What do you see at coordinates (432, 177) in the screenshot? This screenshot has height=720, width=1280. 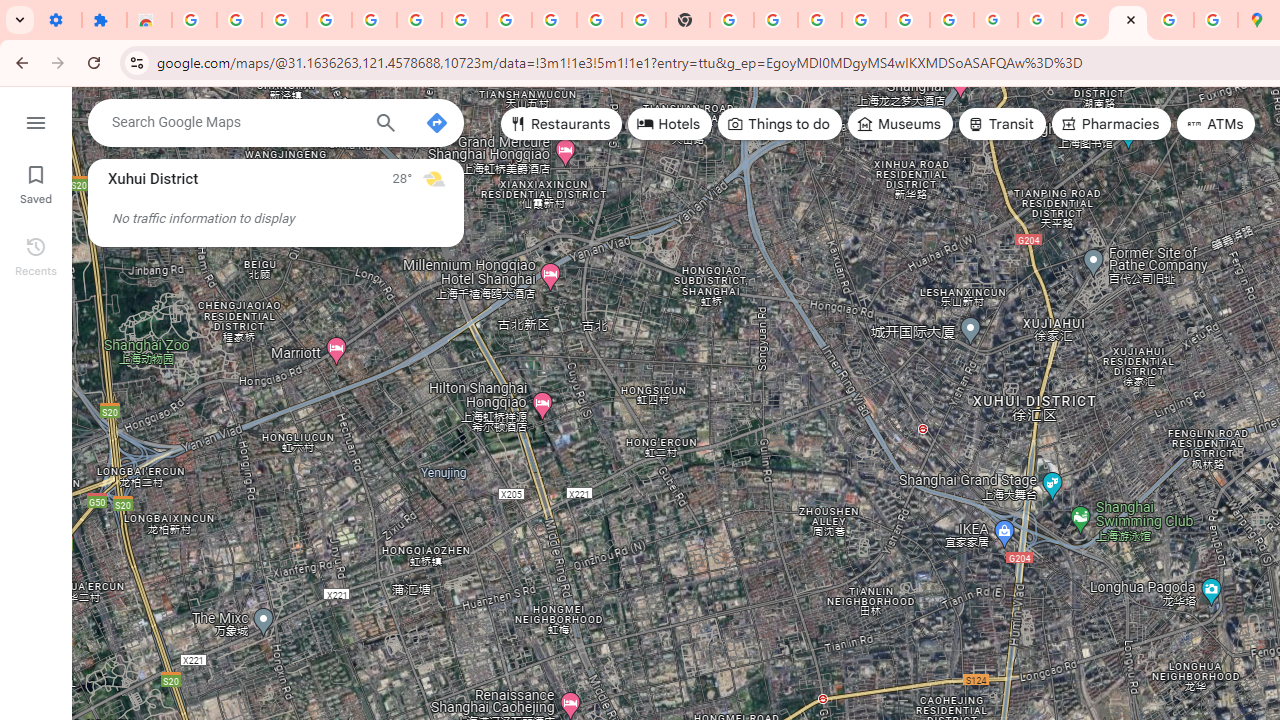 I see `'Partly cloudy'` at bounding box center [432, 177].